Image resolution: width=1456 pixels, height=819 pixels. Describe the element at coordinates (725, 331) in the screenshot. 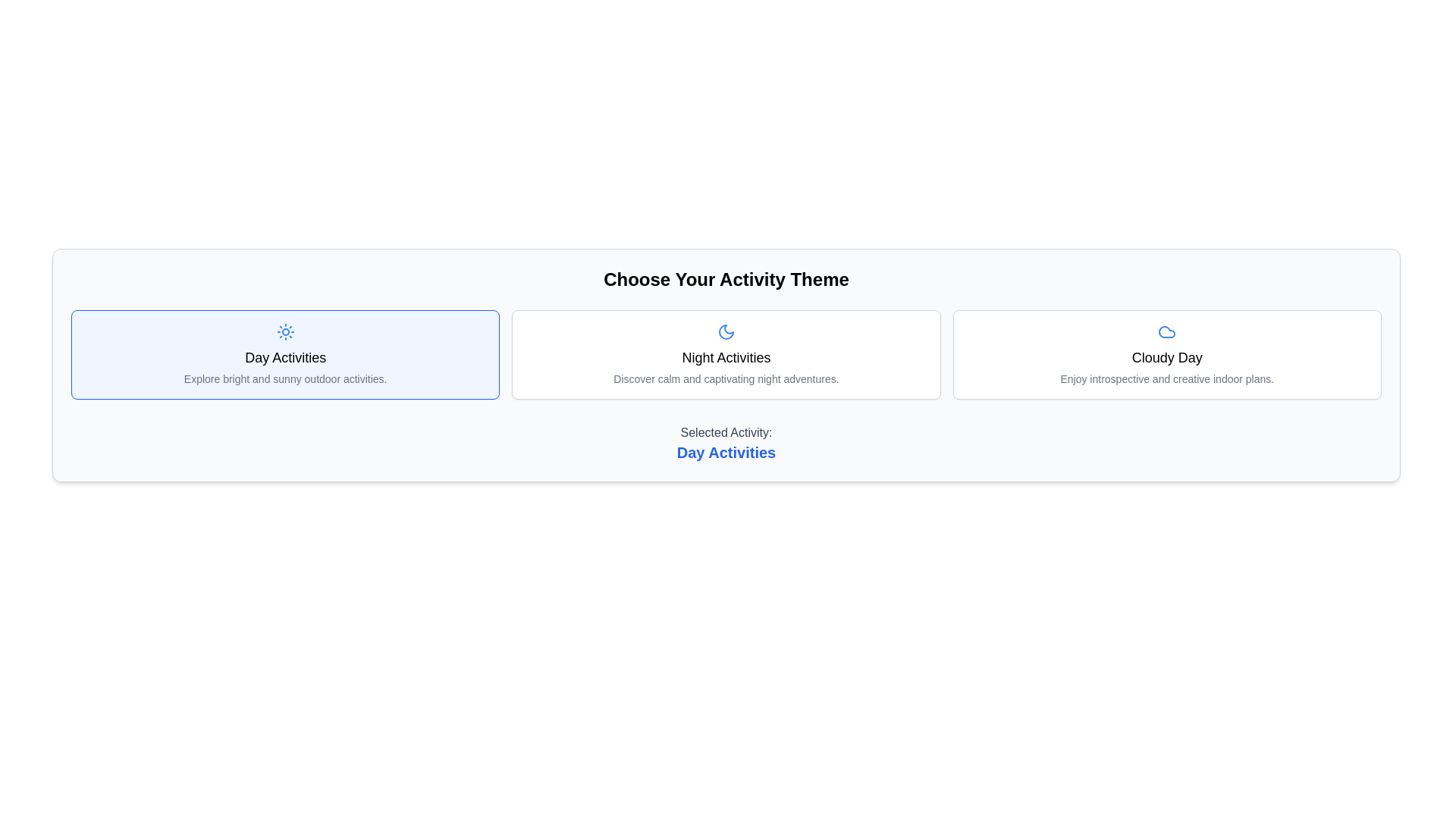

I see `the crescent moon icon located in the Night Activities section, which is the middle card under the 'Choose Your Activity Theme' heading` at that location.